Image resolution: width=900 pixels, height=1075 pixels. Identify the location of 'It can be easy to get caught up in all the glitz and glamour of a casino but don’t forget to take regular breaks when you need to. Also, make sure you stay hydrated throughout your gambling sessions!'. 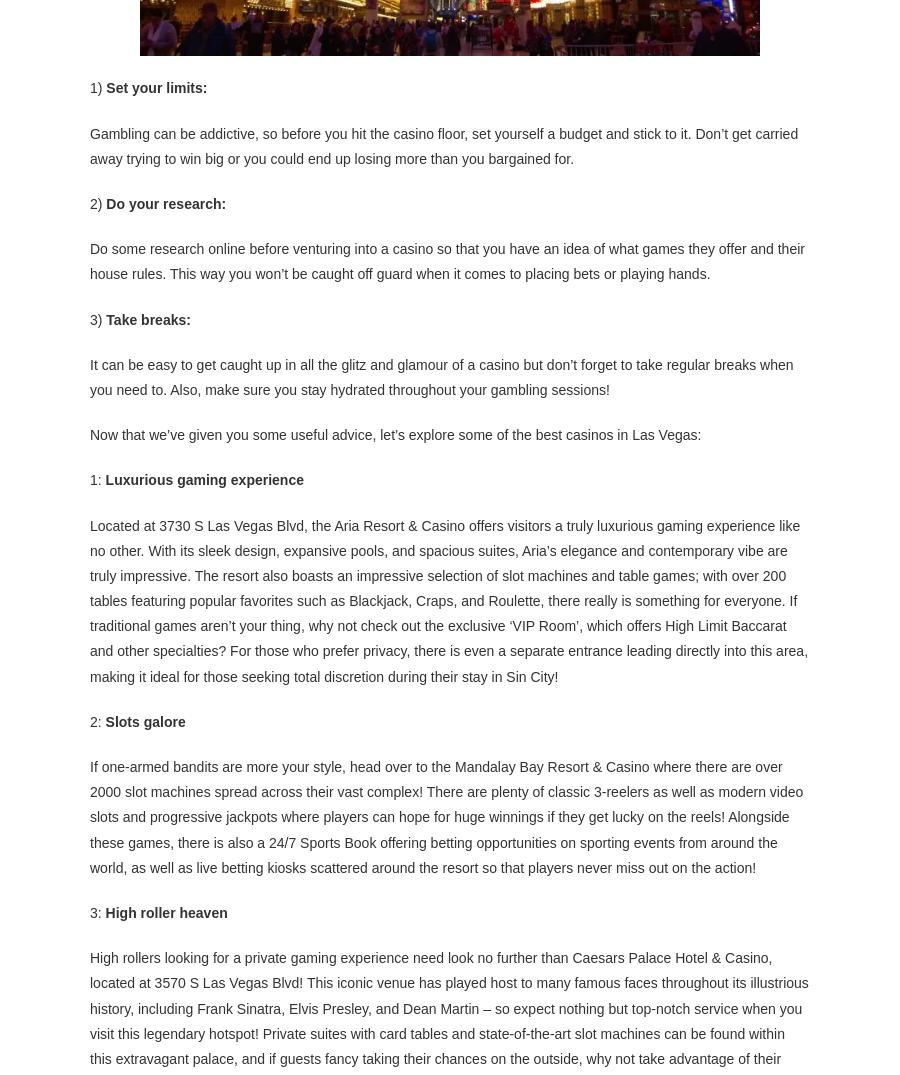
(441, 375).